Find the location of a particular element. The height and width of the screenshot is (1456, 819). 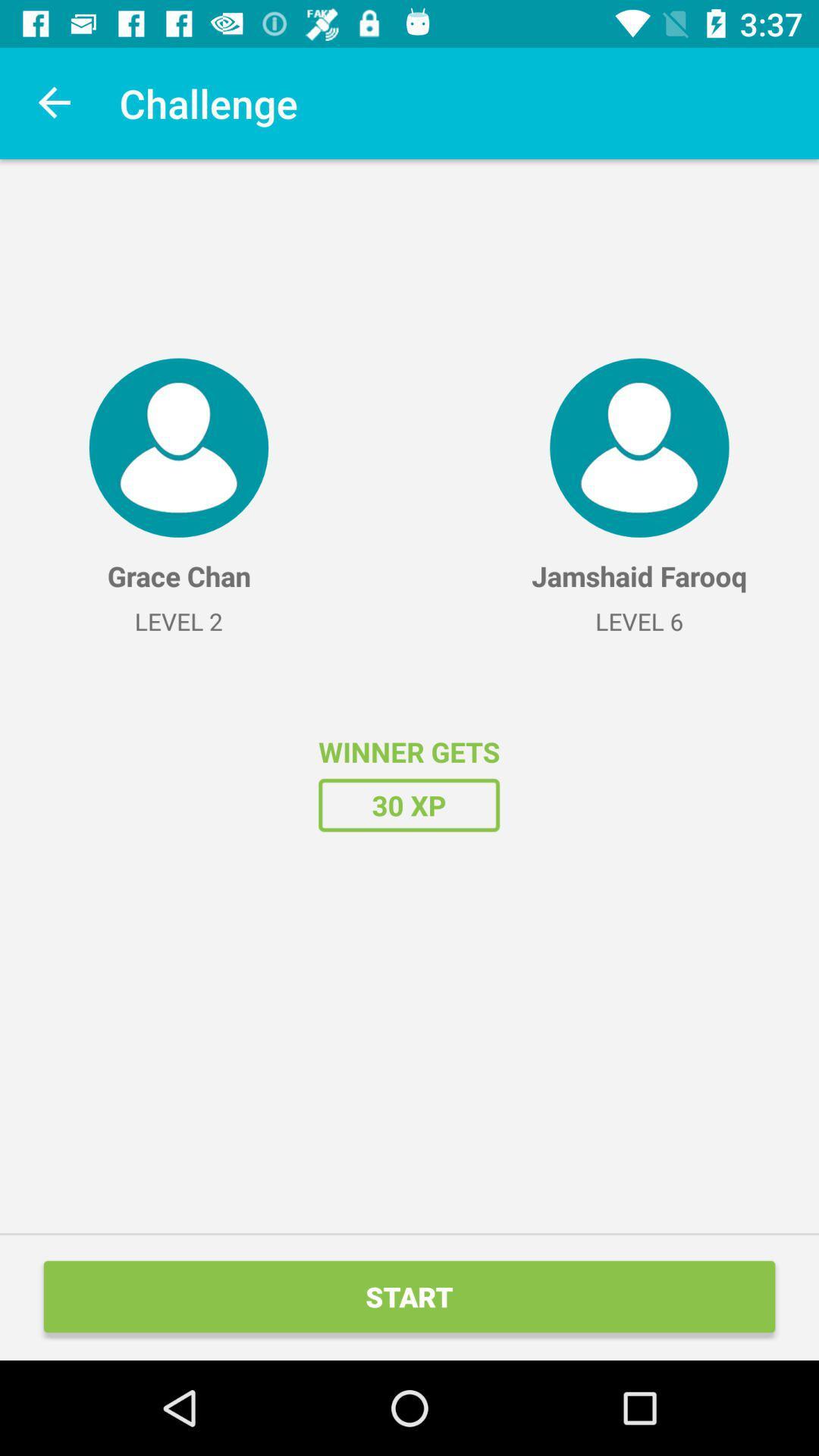

profile is located at coordinates (177, 447).